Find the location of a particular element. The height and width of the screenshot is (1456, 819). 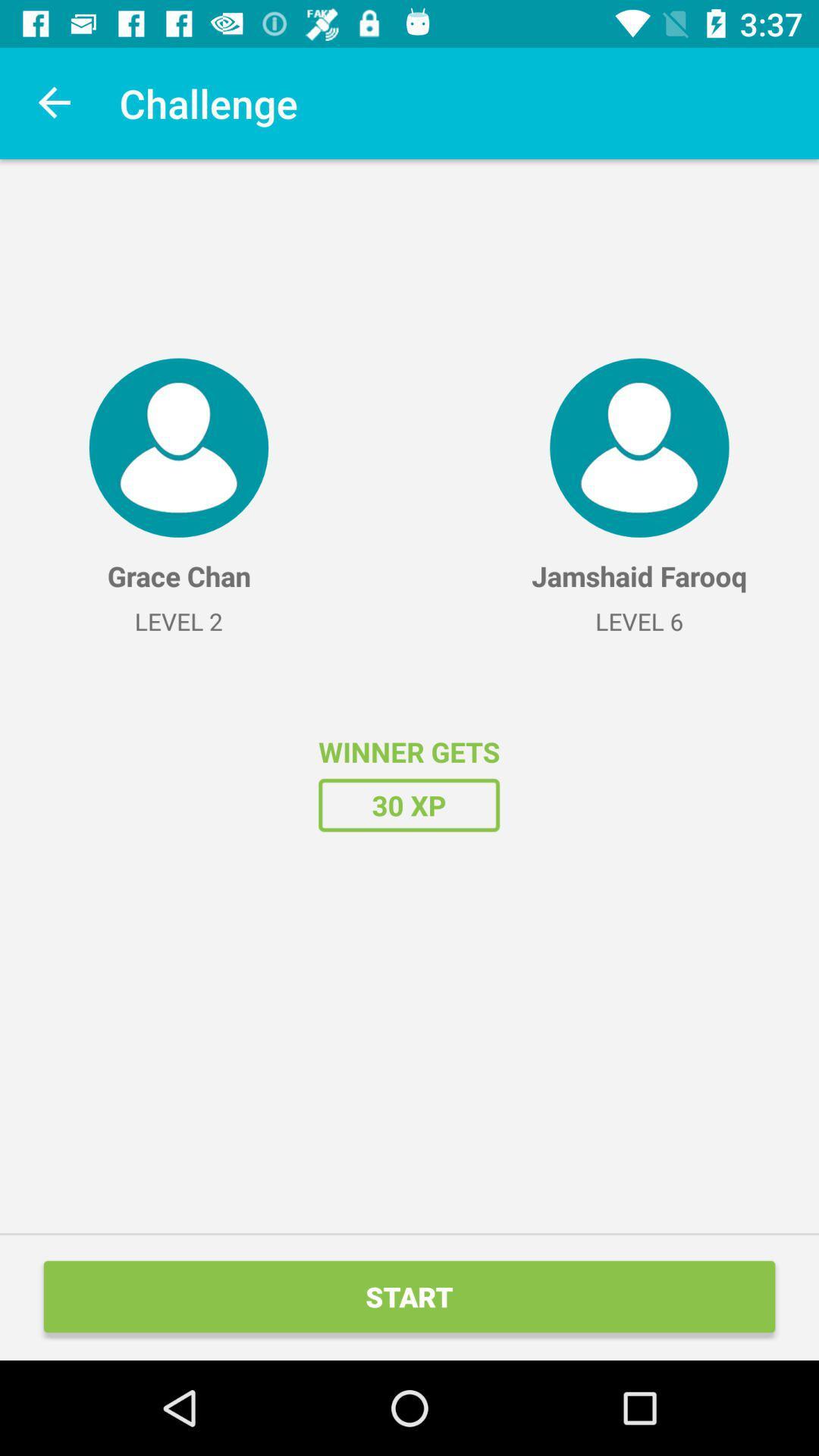

profile is located at coordinates (177, 447).